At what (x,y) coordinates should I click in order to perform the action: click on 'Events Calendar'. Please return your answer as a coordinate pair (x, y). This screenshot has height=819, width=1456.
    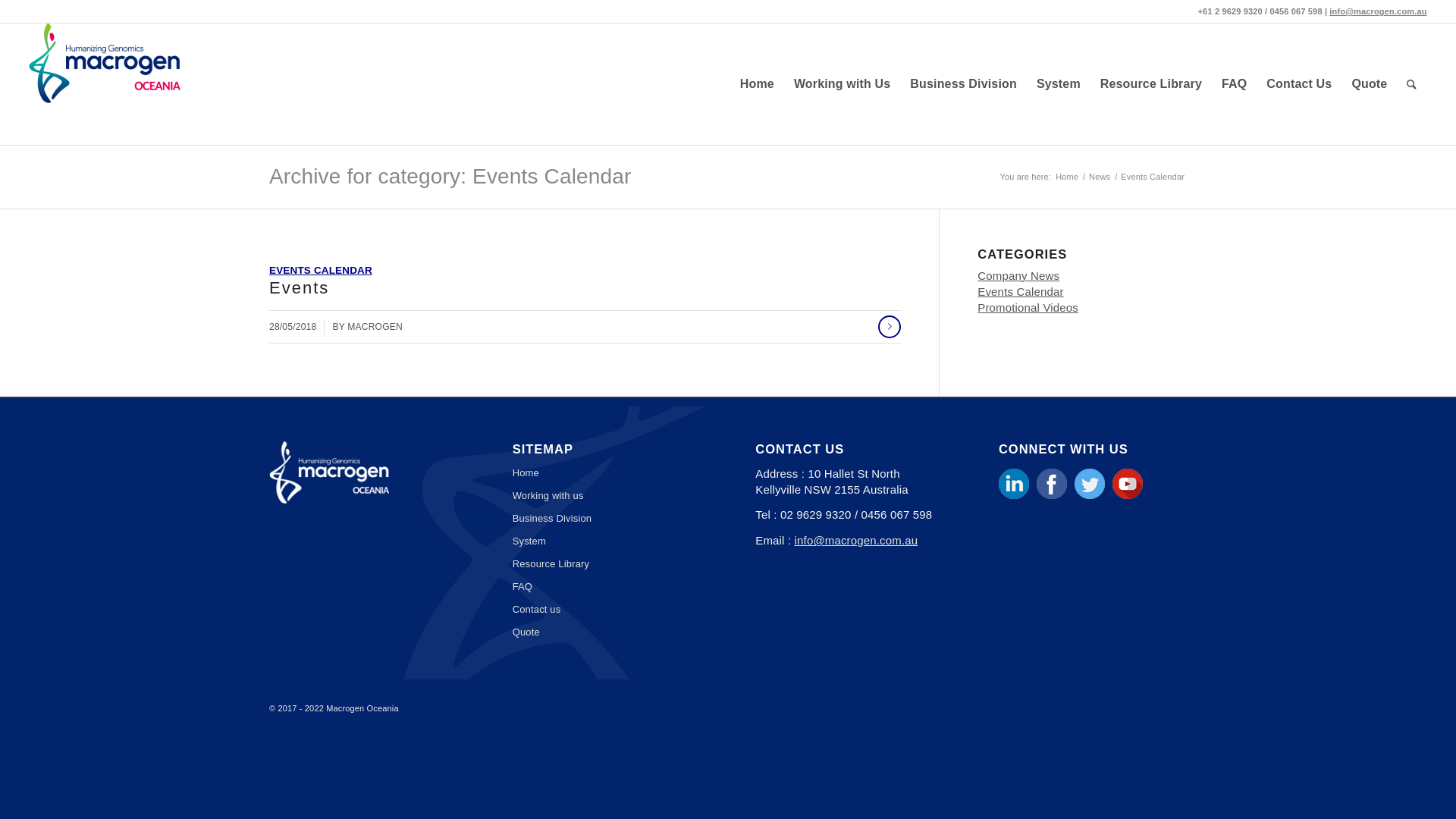
    Looking at the image, I should click on (1020, 291).